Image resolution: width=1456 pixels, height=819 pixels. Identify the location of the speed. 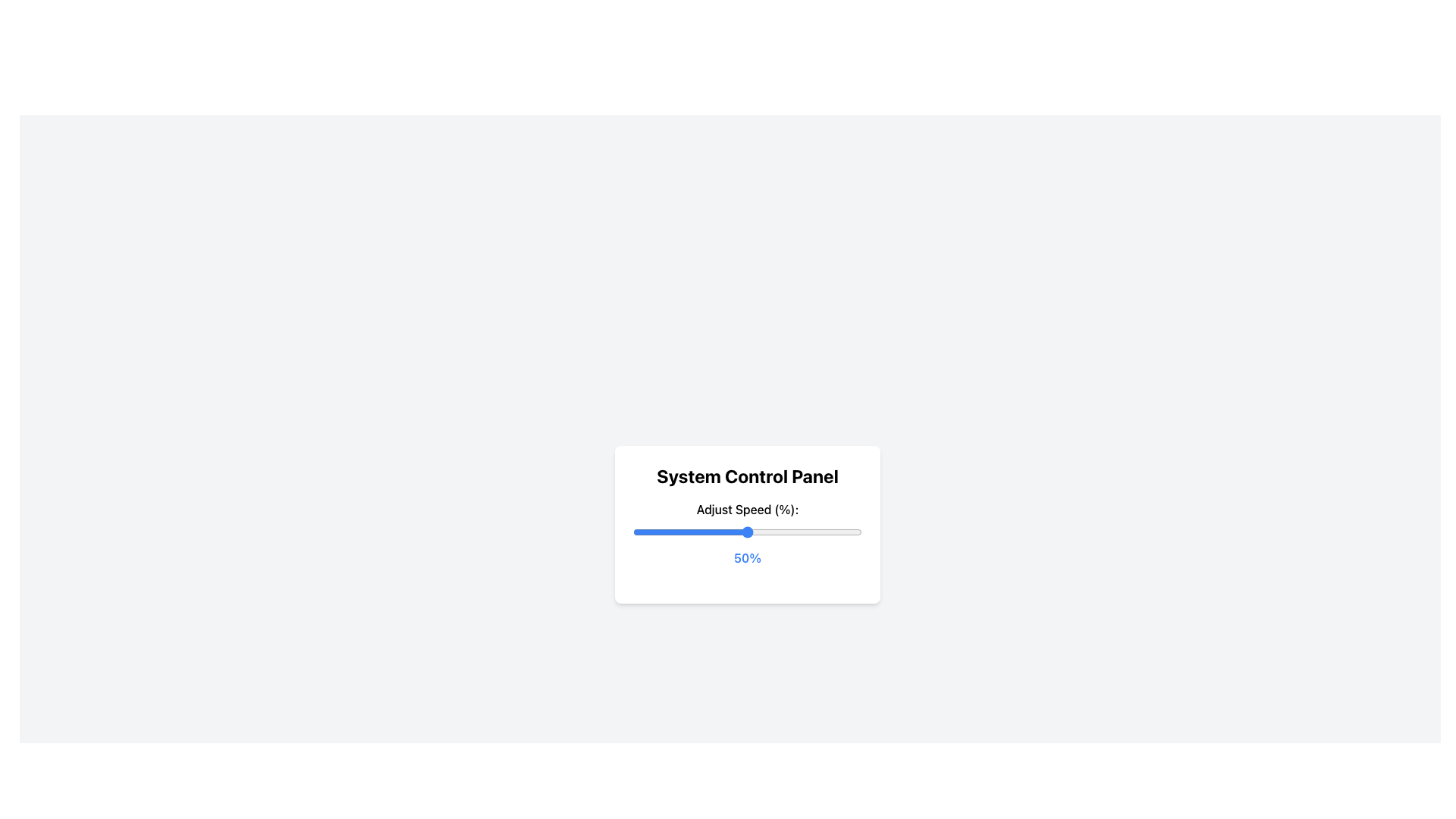
(799, 532).